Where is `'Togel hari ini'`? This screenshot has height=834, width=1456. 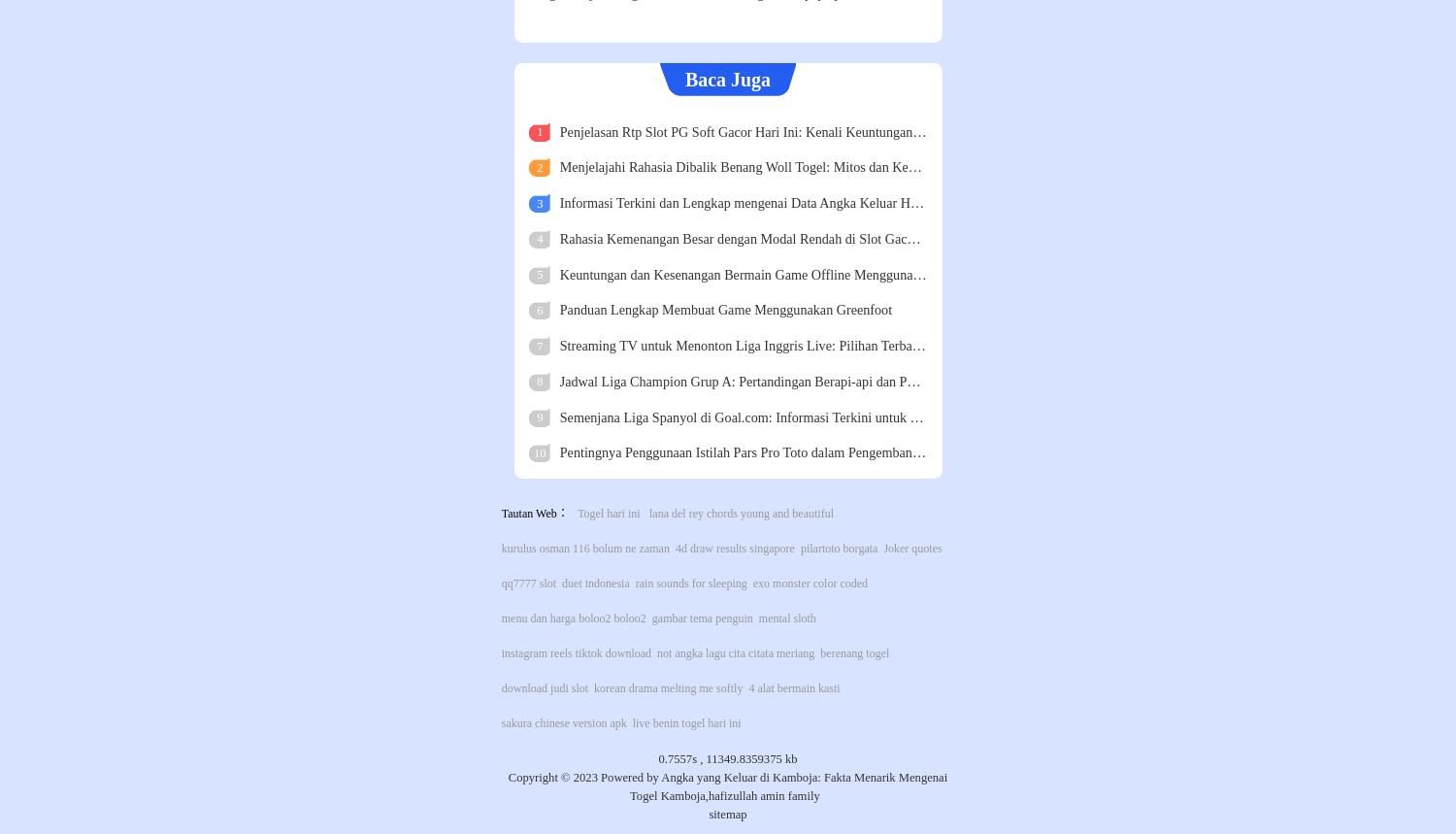
'Togel hari ini' is located at coordinates (609, 512).